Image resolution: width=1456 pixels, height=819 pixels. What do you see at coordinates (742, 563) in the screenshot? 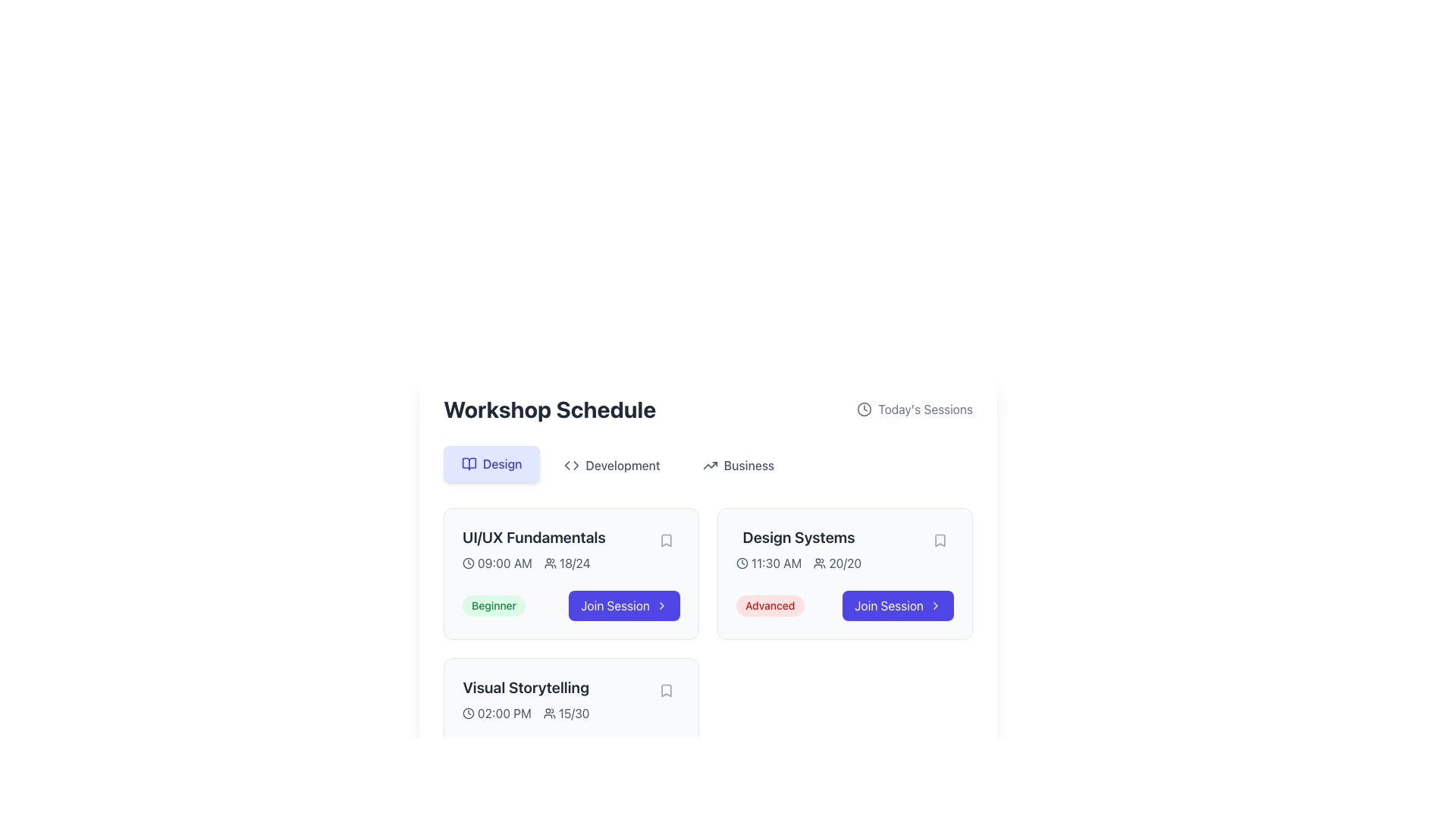
I see `the circular decorative element of the clock icon located at the center of the clock design in the 'Design Systems' session card` at bounding box center [742, 563].